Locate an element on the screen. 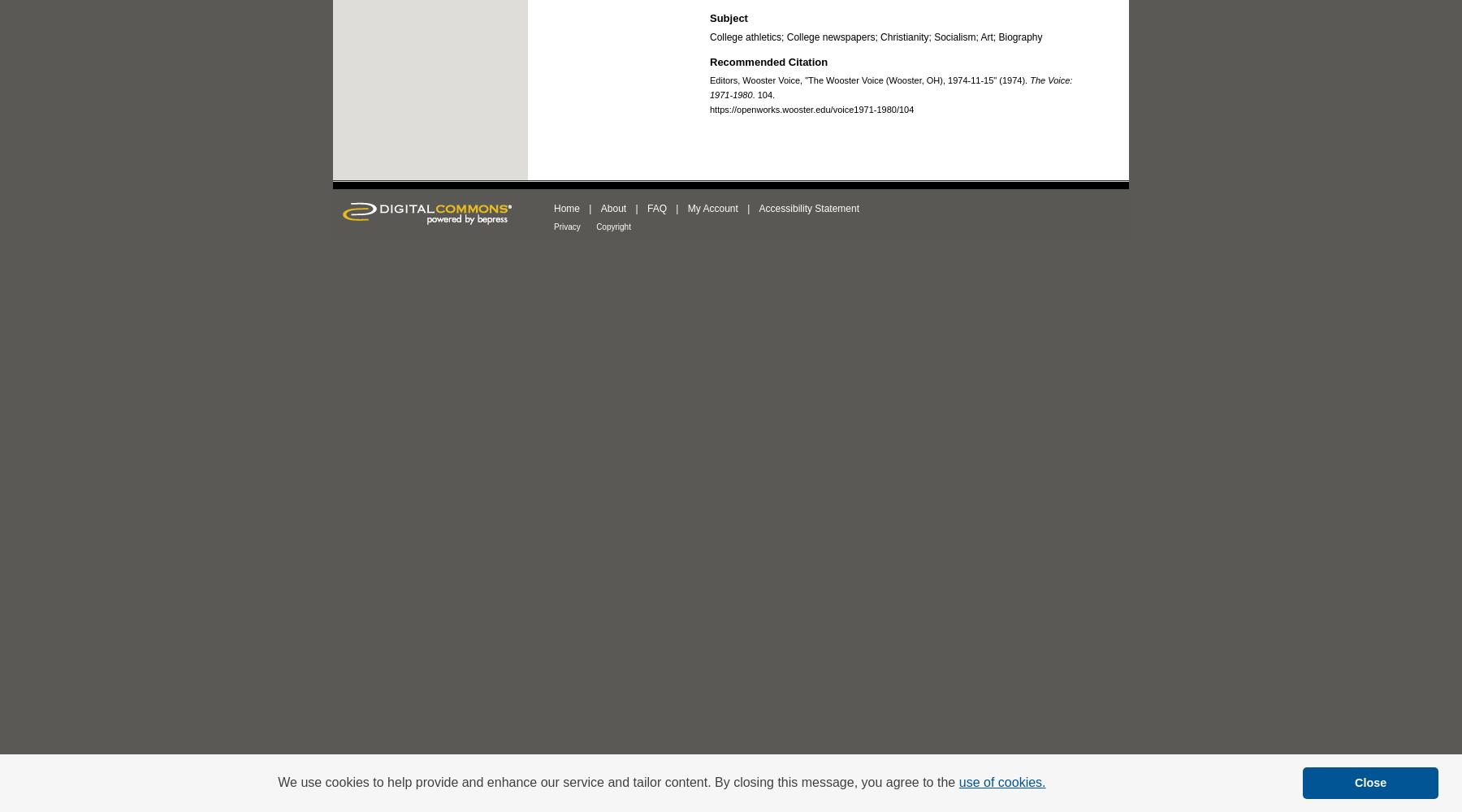 This screenshot has width=1462, height=812. 'use of cookies.' is located at coordinates (1001, 781).